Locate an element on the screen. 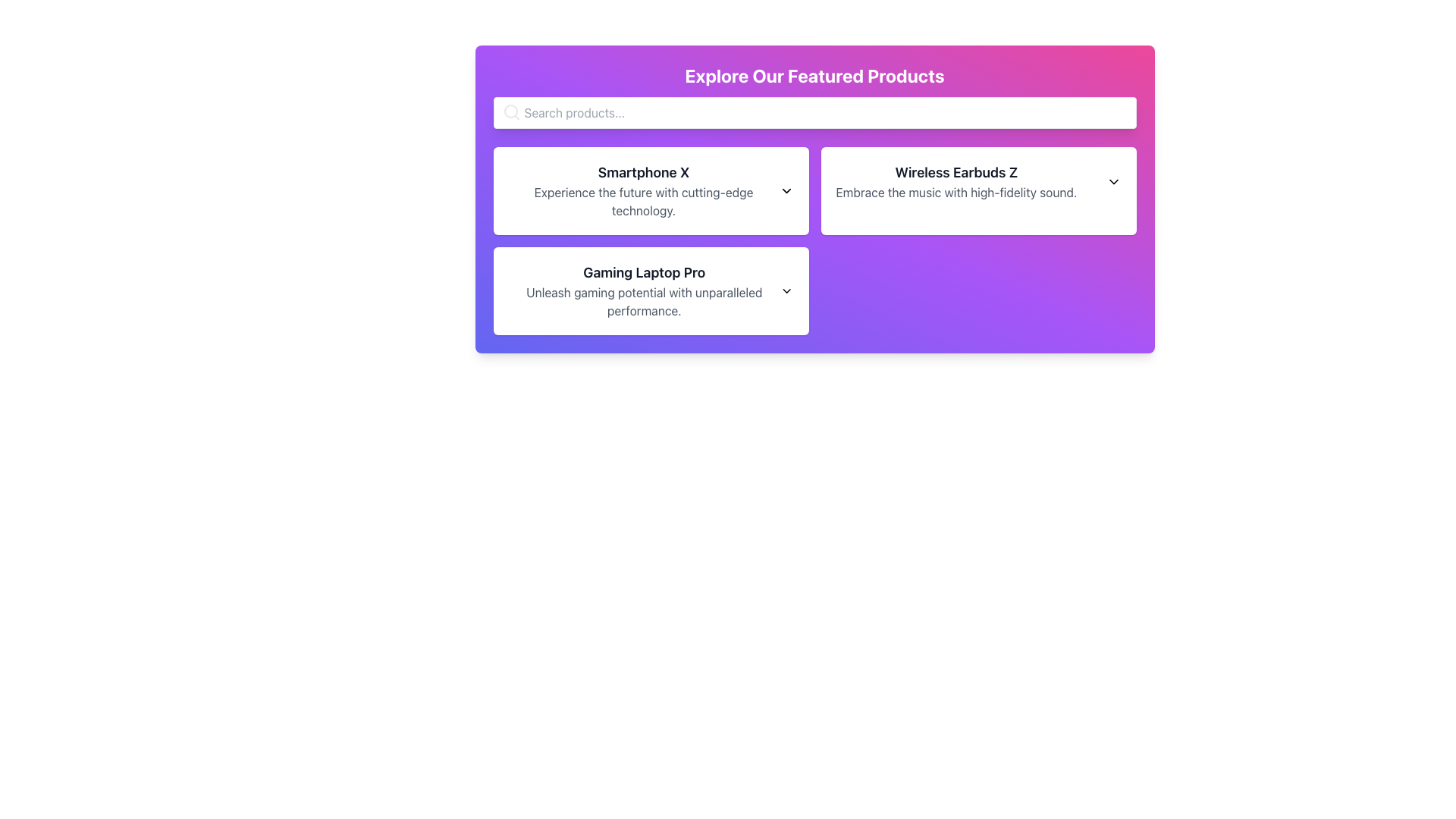 The image size is (1456, 819). descriptive text located beneath the title 'Wireless Earbuds Z' in the second row of the featured products listing is located at coordinates (955, 192).